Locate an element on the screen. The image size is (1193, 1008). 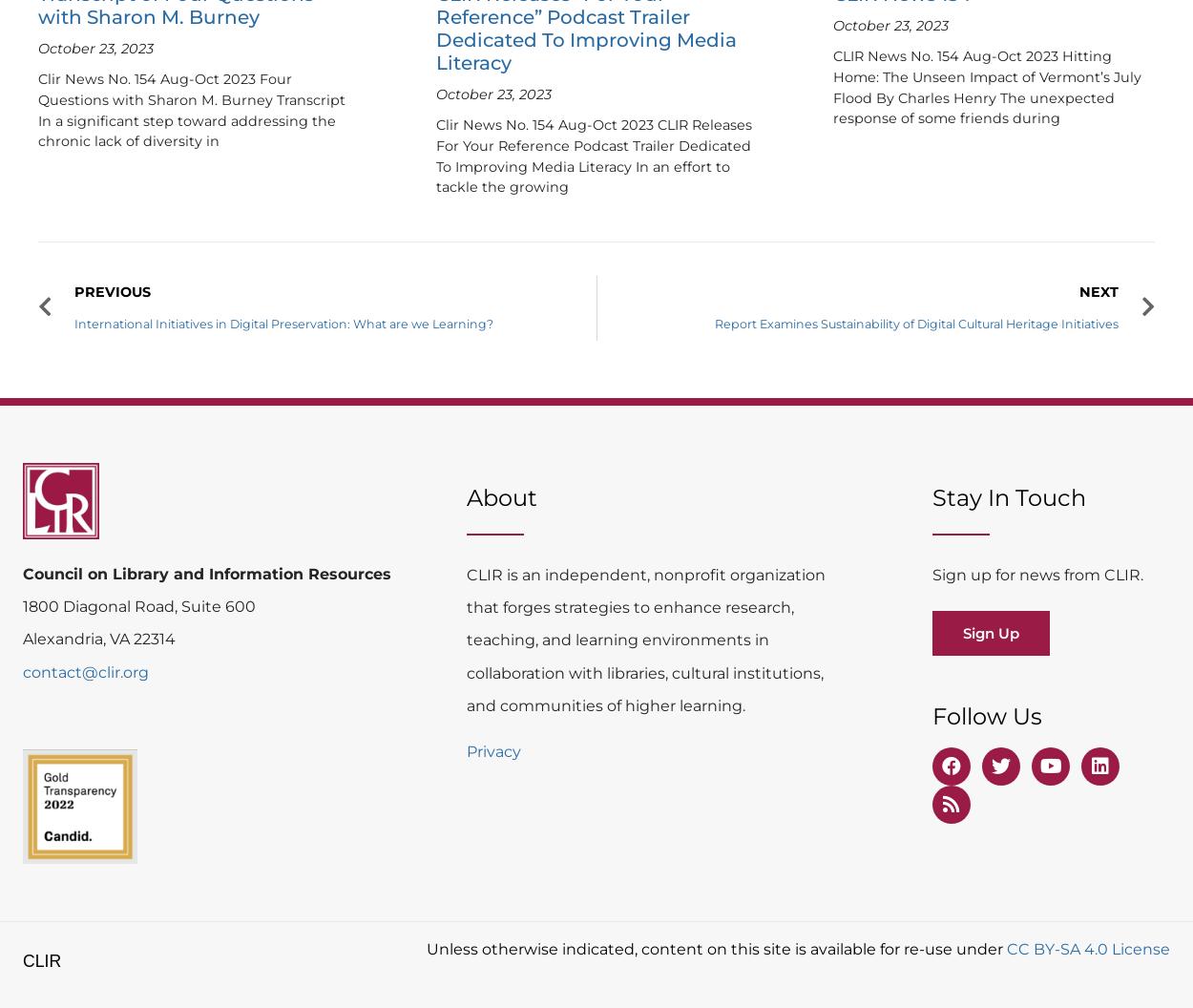
'1800 Diagonal Road, Suite 600' is located at coordinates (139, 605).